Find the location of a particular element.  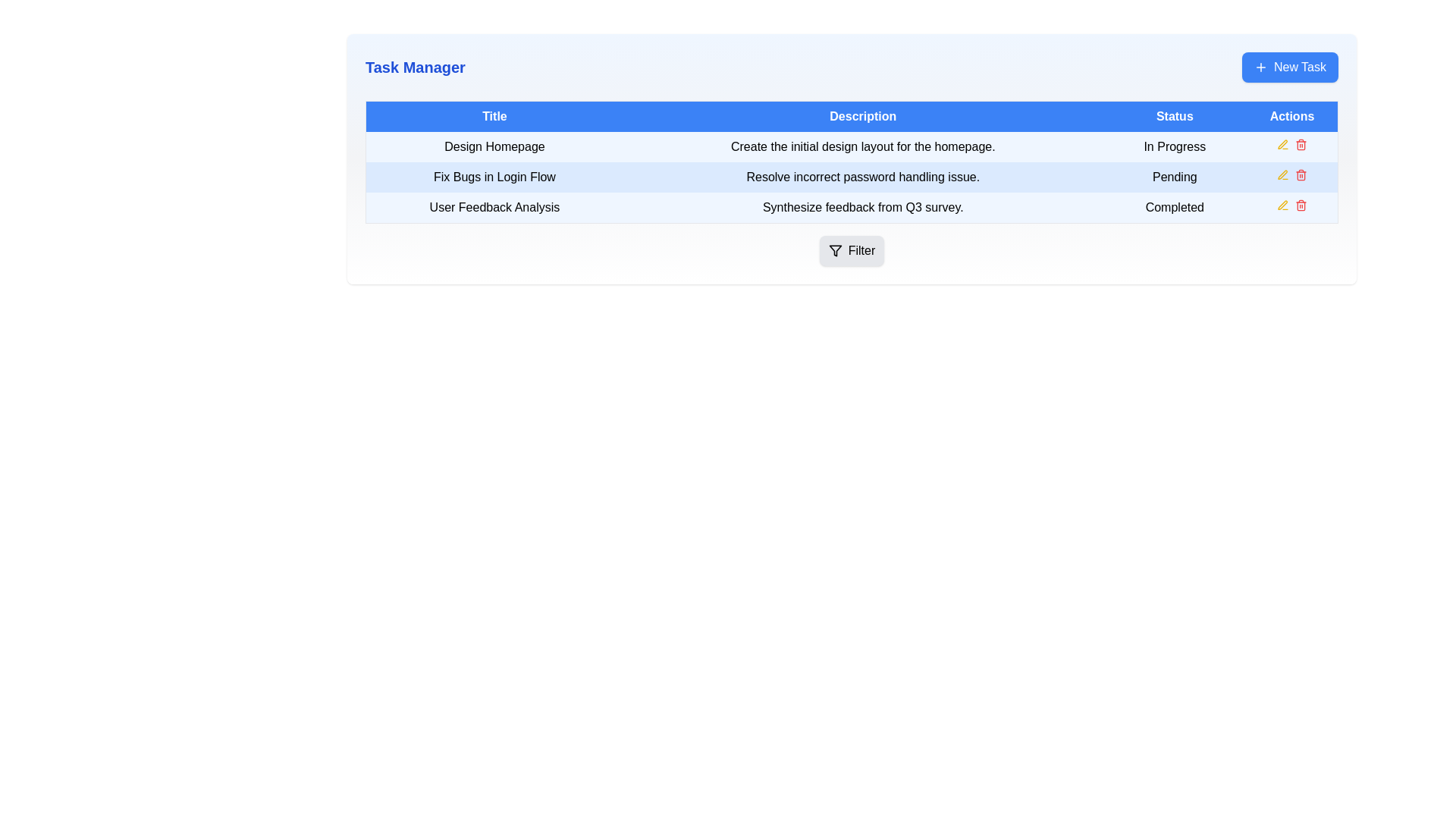

the 'Filter' button with a light gray background and rounded corners for accessibility navigation is located at coordinates (852, 250).